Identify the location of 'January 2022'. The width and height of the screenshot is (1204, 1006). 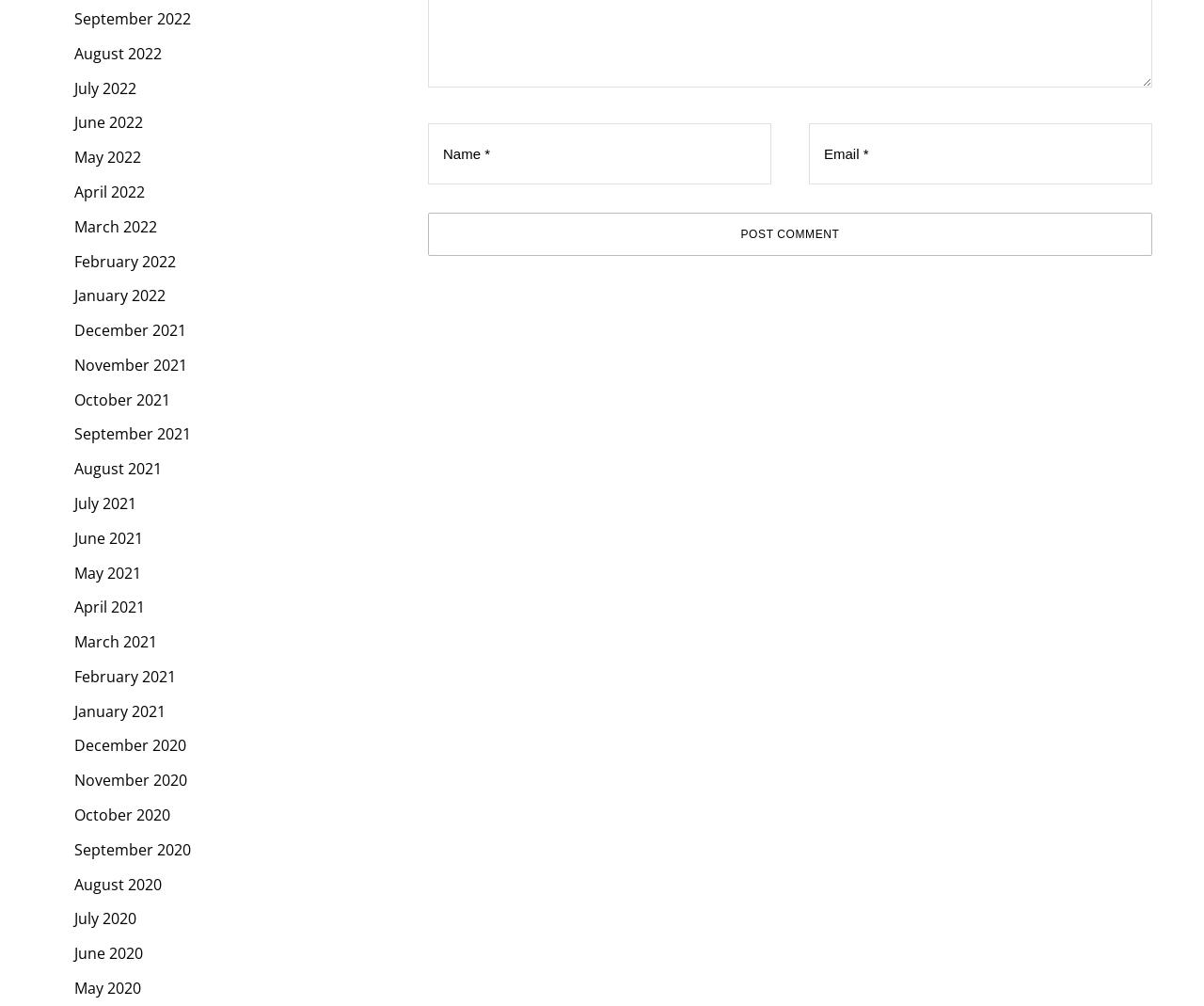
(119, 294).